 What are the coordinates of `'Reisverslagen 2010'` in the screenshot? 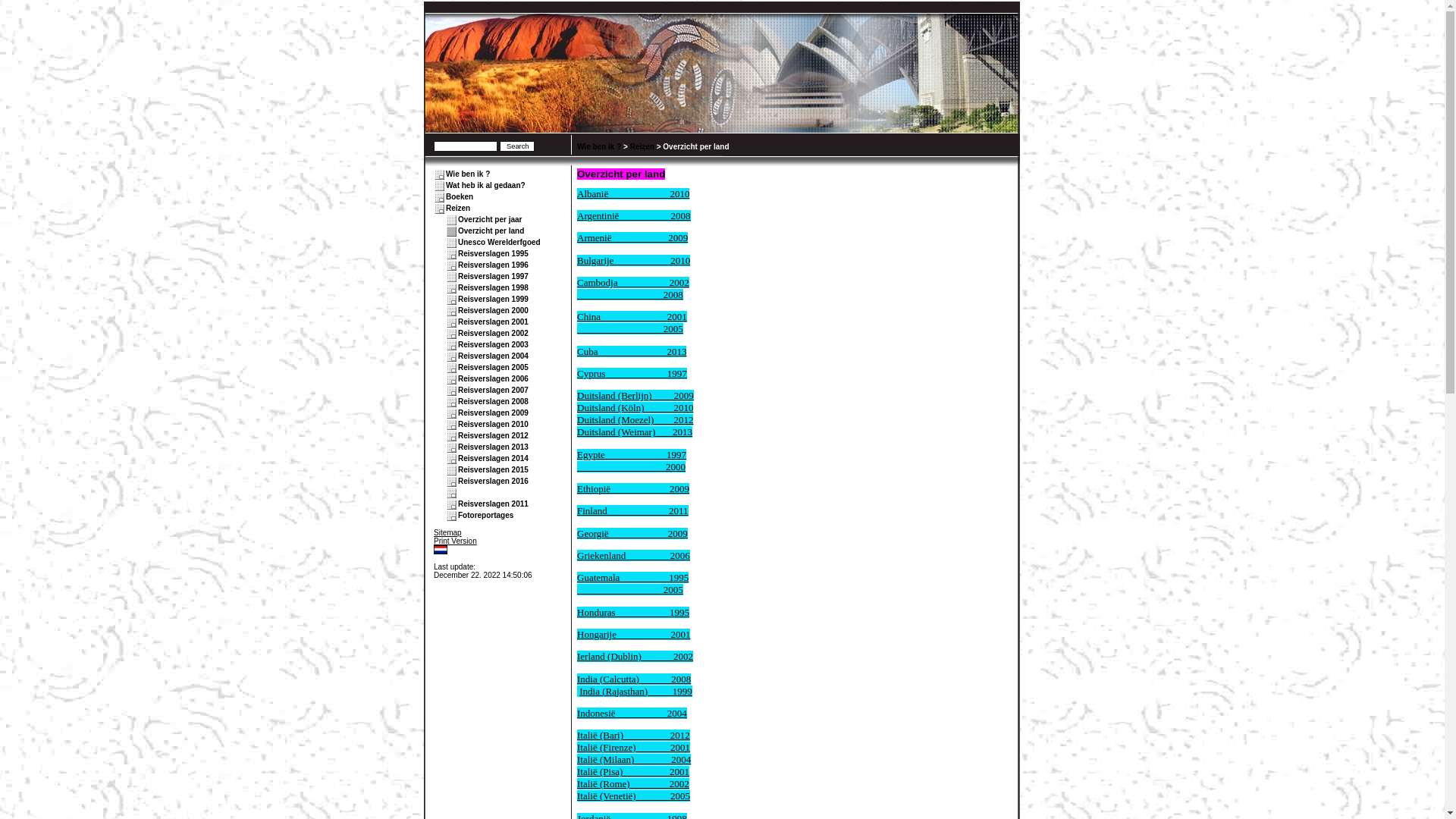 It's located at (493, 424).